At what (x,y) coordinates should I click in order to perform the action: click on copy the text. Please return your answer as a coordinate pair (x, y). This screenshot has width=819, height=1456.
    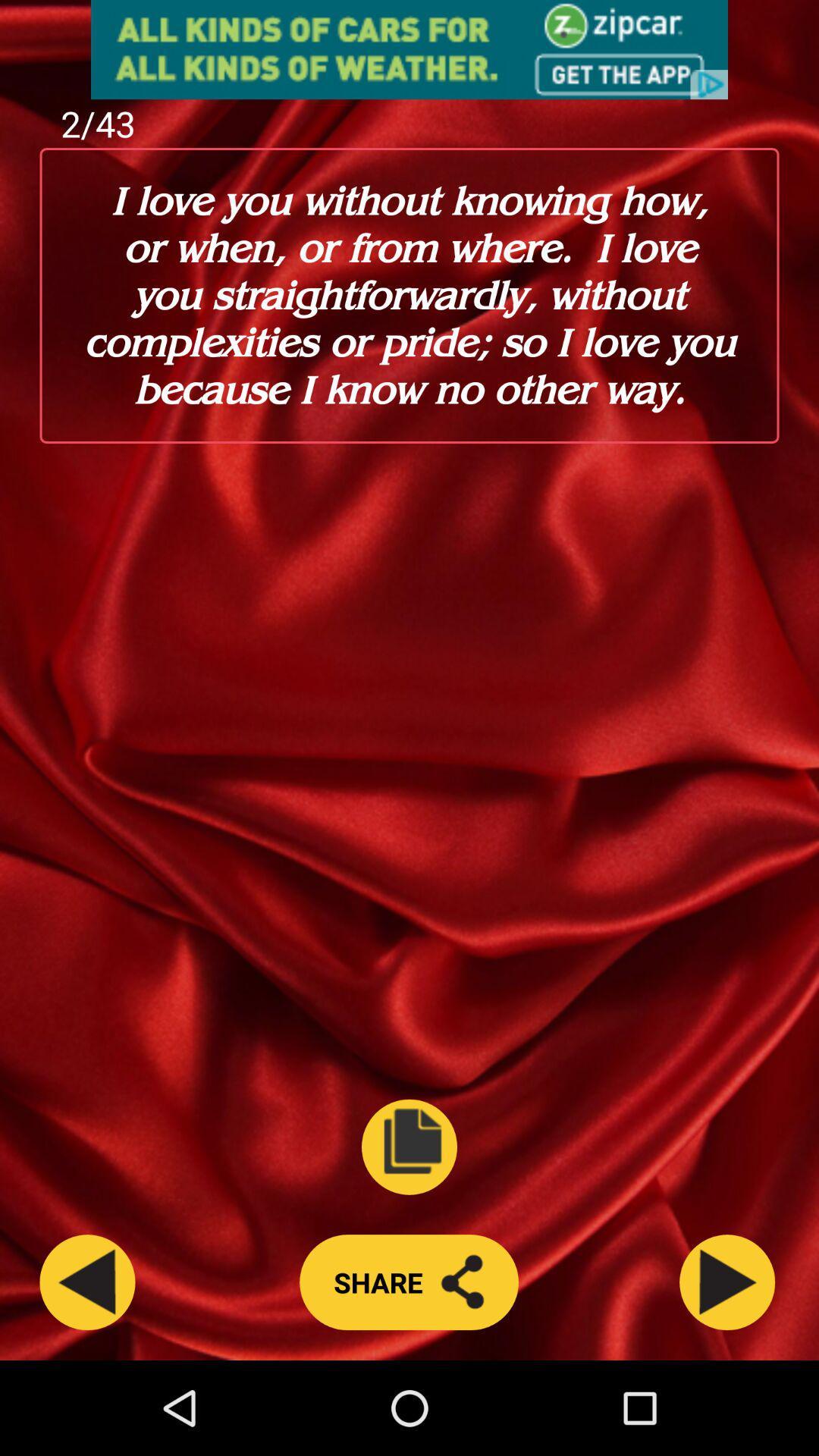
    Looking at the image, I should click on (409, 1147).